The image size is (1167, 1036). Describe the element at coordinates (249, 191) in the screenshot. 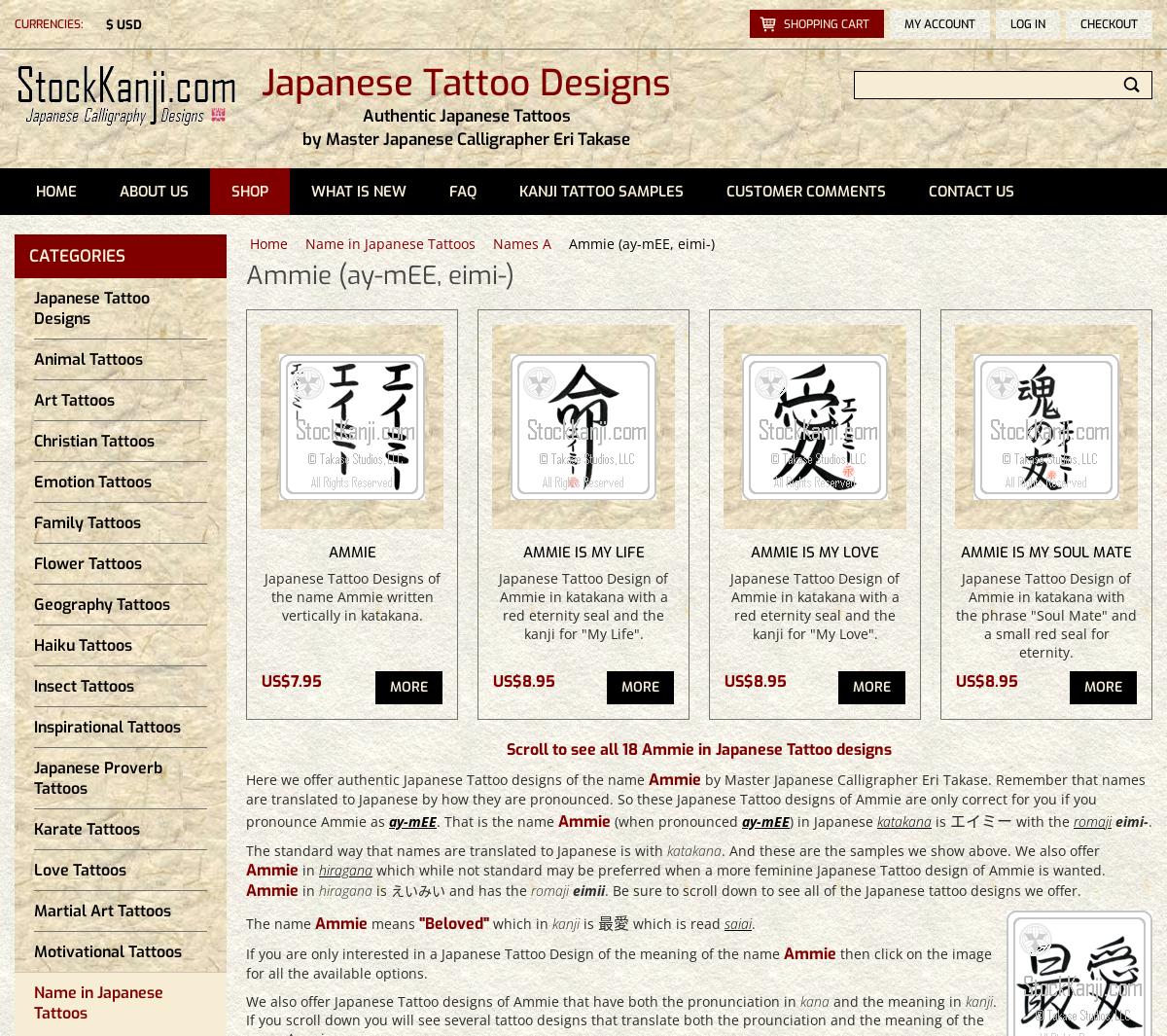

I see `'Shop'` at that location.